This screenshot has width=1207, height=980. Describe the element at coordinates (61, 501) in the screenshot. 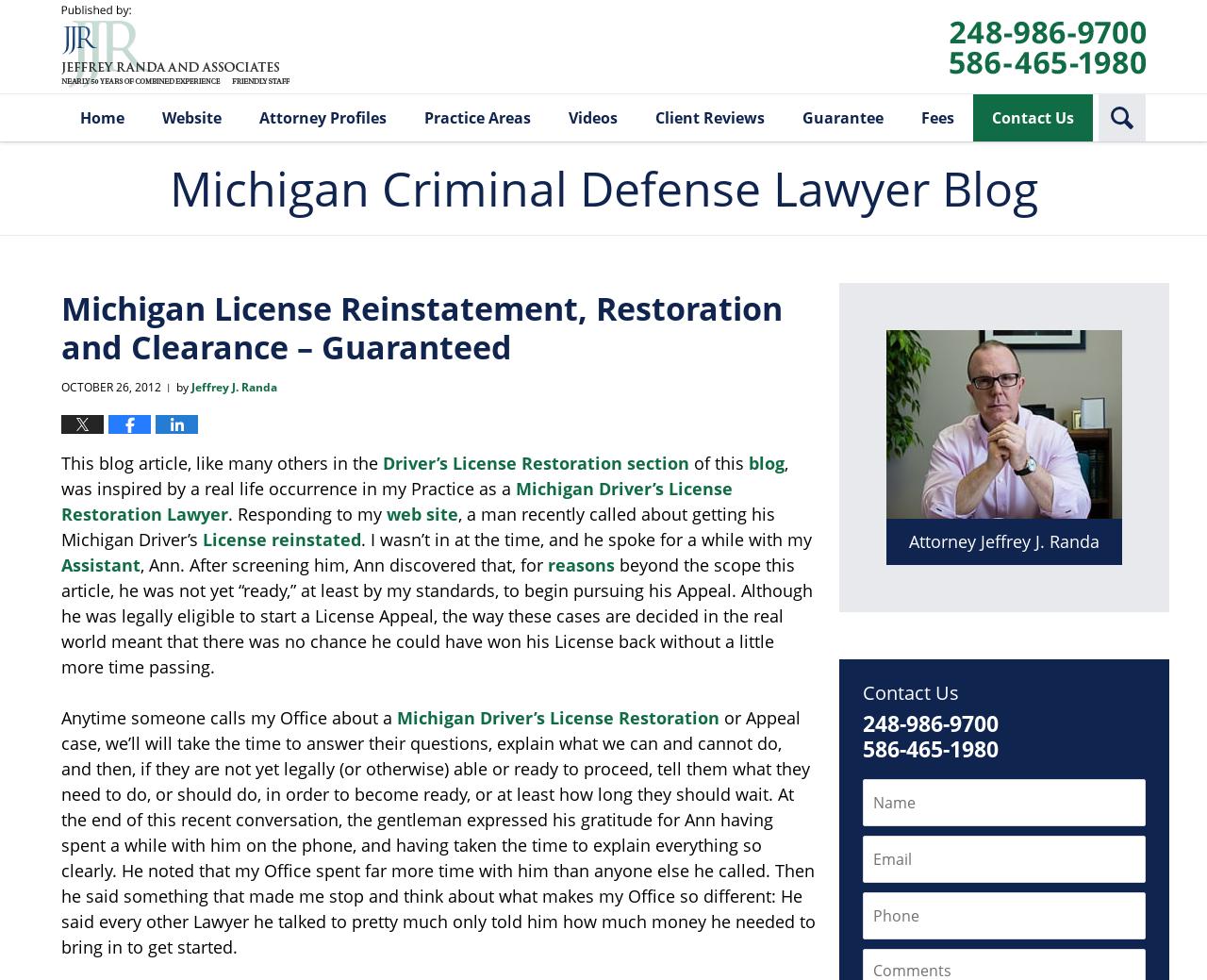

I see `'Michigan Driver’s License Restoration Lawyer'` at that location.